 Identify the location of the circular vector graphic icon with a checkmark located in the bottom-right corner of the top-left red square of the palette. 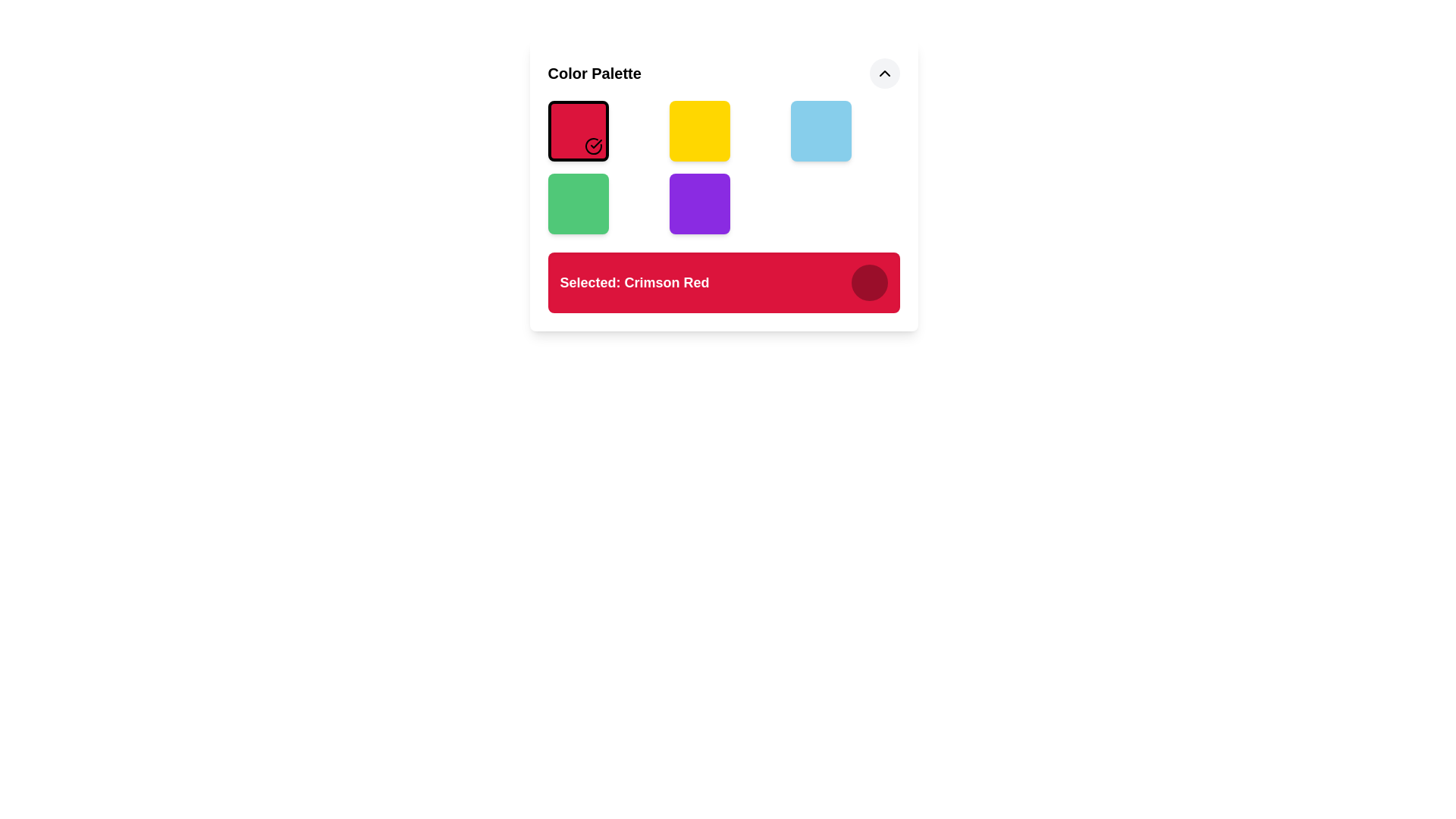
(592, 146).